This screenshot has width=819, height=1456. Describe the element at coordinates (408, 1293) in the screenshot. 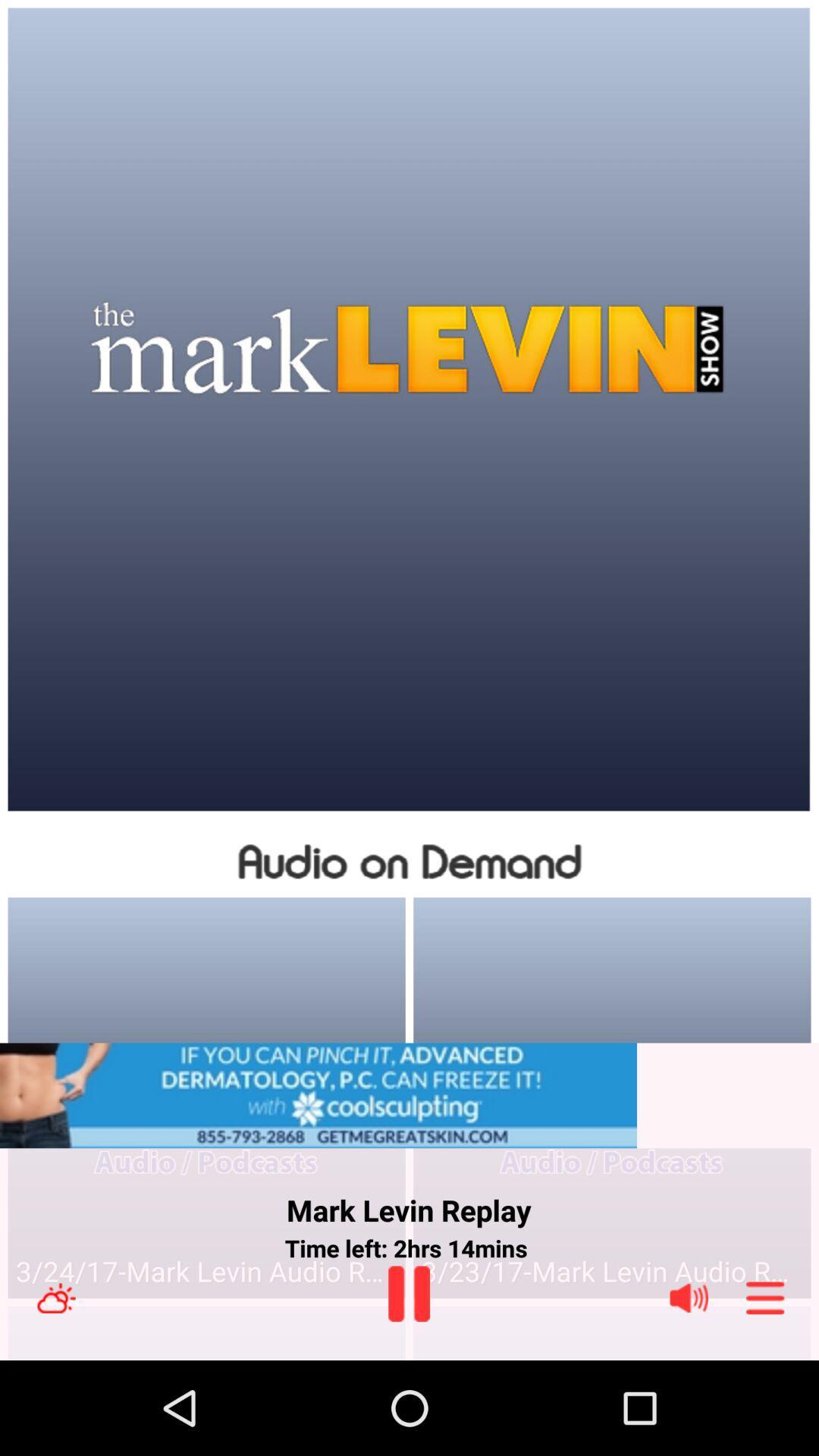

I see `play icon below time left 2hrs 14mins` at that location.